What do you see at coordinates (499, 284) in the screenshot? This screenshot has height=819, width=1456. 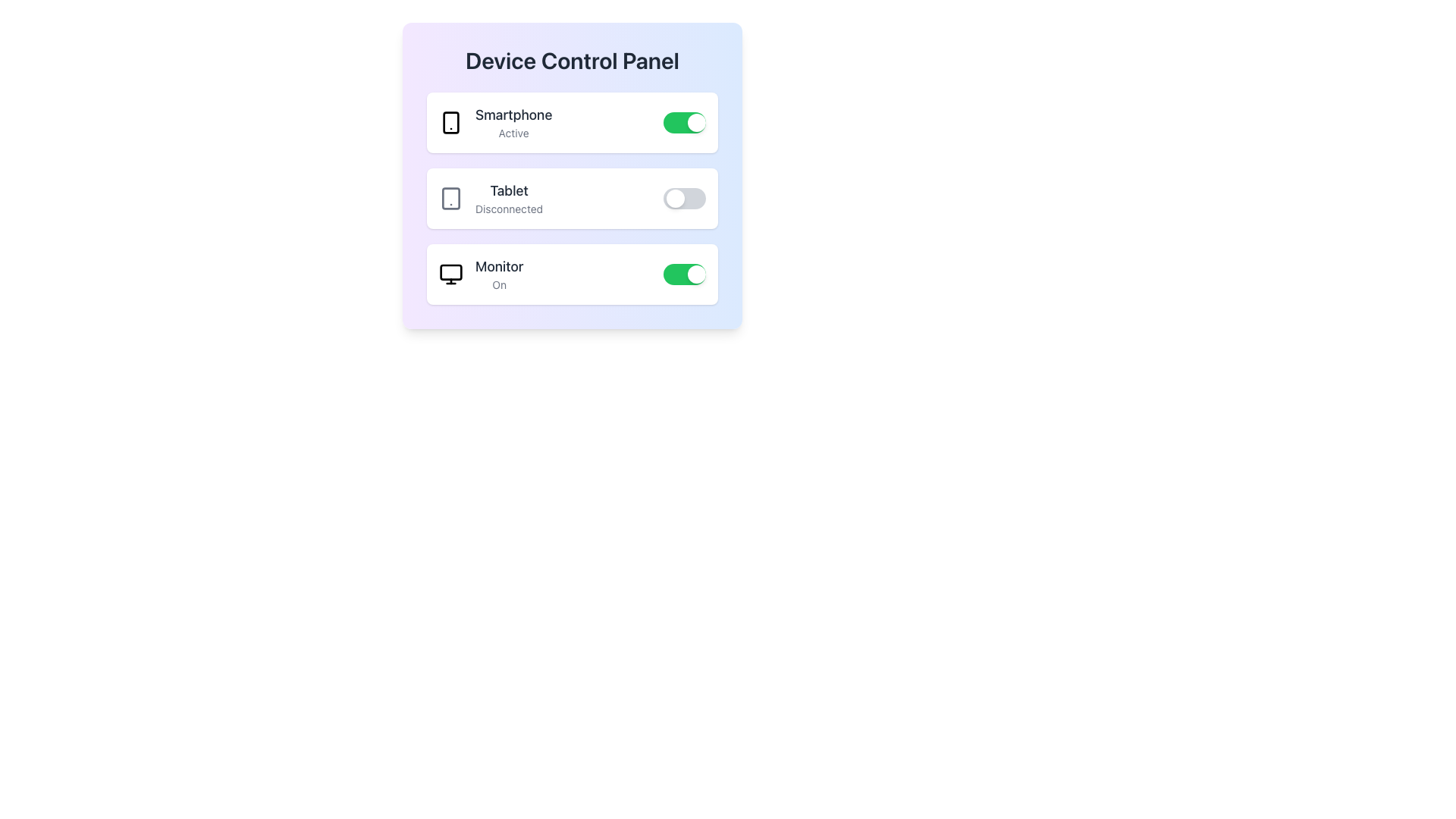 I see `the text label displaying 'On' in light gray color located beneath the title 'Monitor' within the control panel` at bounding box center [499, 284].